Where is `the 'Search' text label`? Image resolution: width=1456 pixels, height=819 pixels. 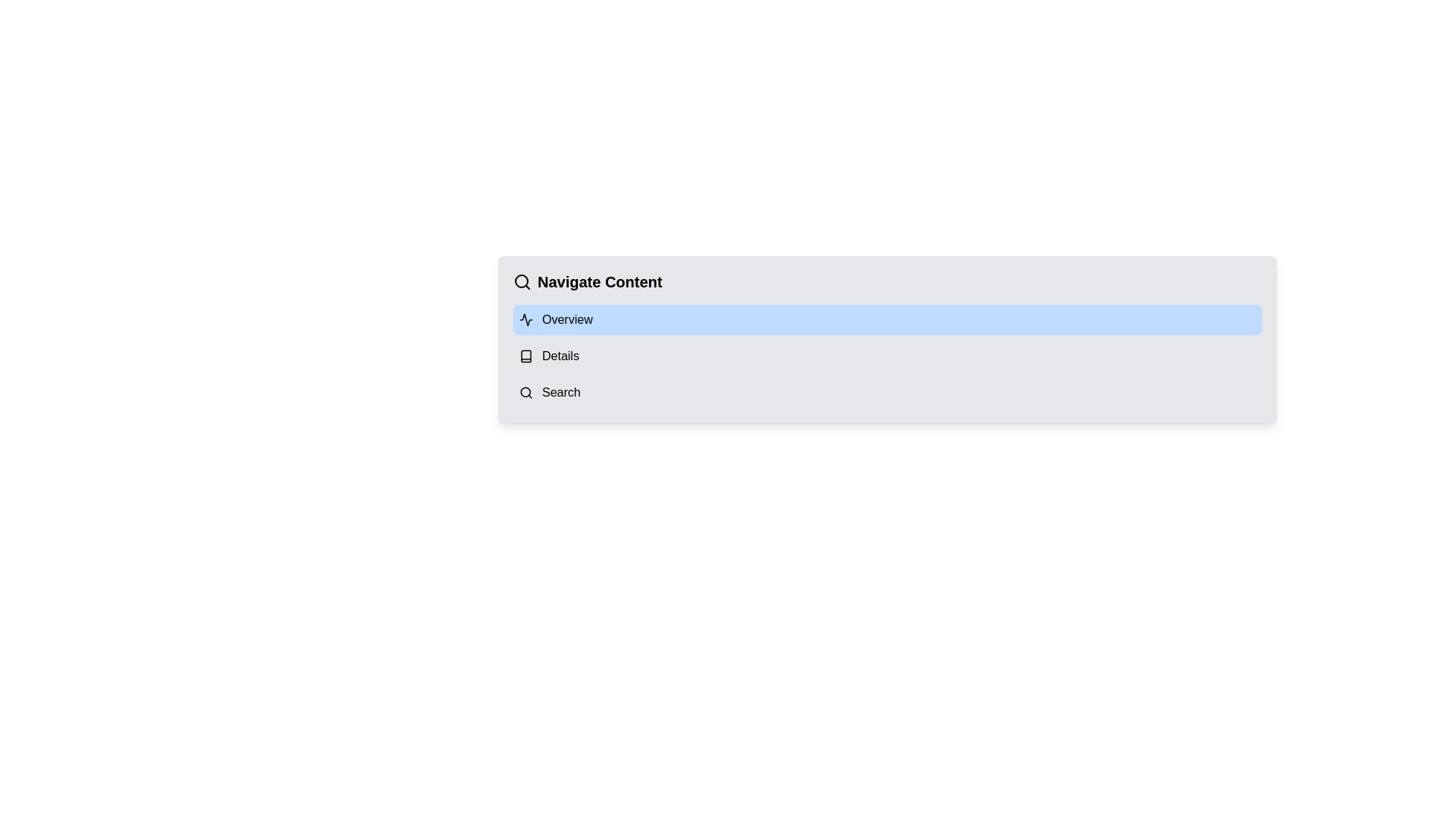 the 'Search' text label is located at coordinates (560, 391).